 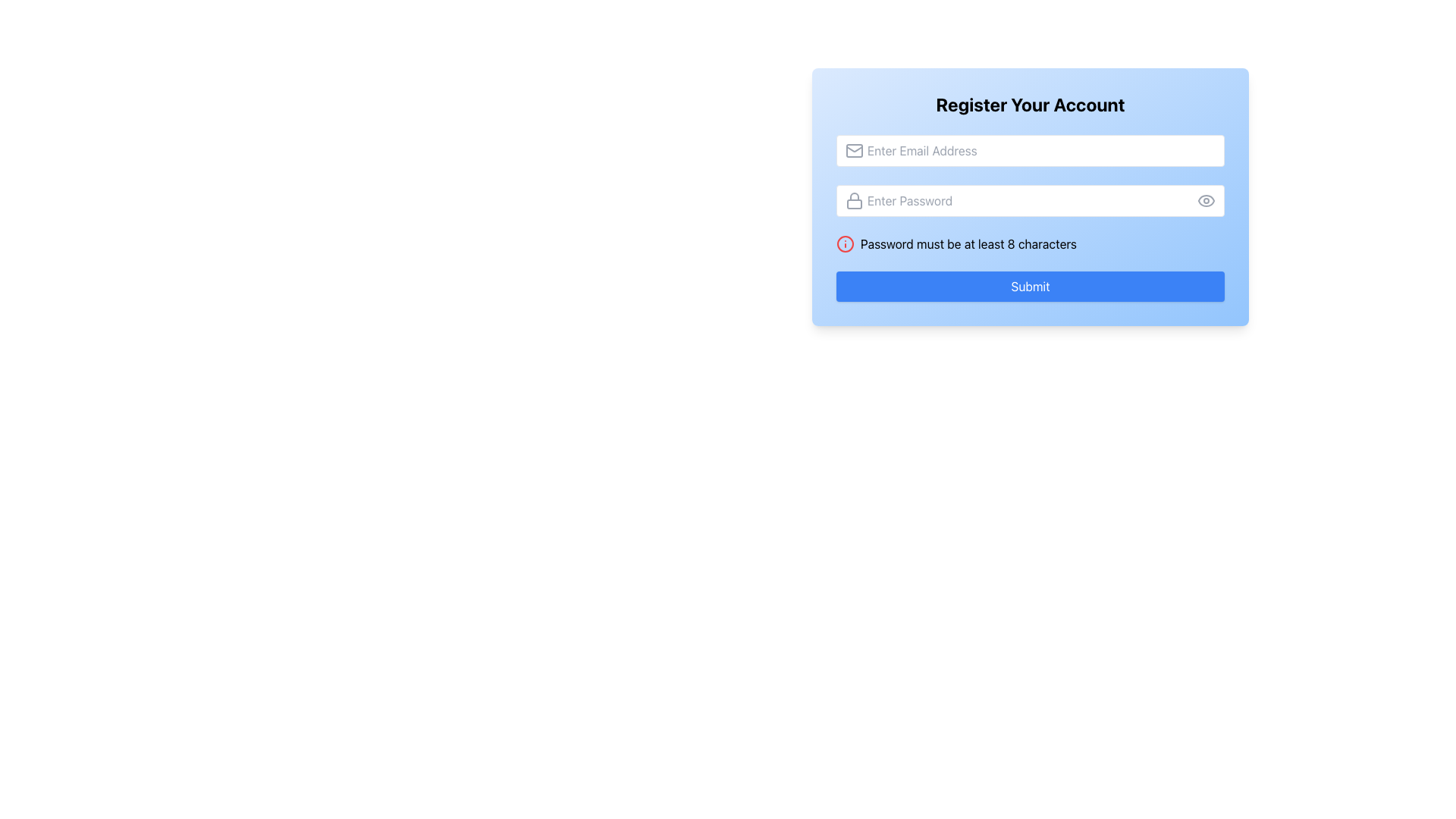 What do you see at coordinates (855, 151) in the screenshot?
I see `the gray envelope icon located to the left of the 'Enter Email Address' input field in the 'Register Your Account' form` at bounding box center [855, 151].